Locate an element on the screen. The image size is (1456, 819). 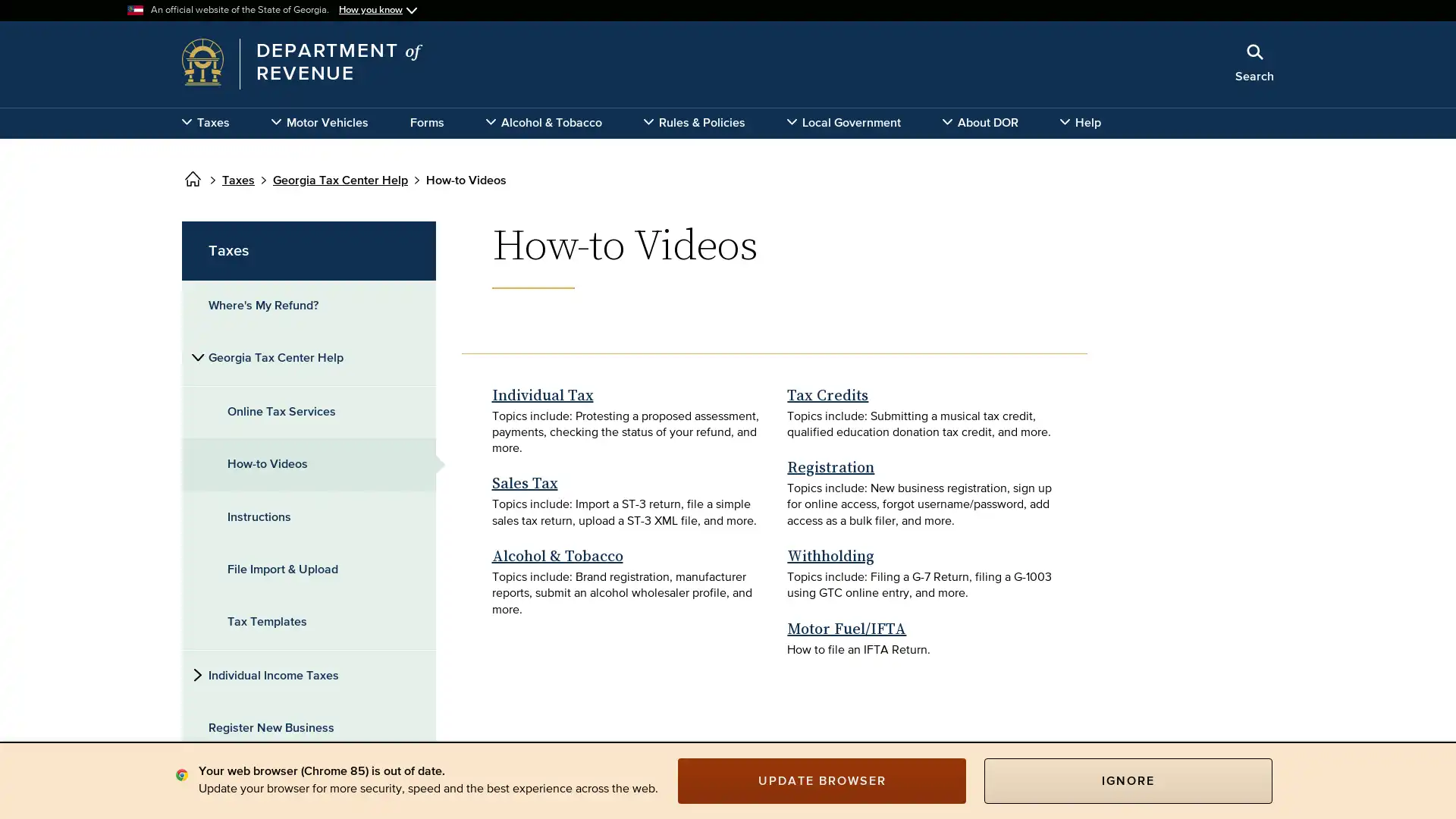
Side subnavigation toggle for 'Business Taxes' is located at coordinates (196, 783).